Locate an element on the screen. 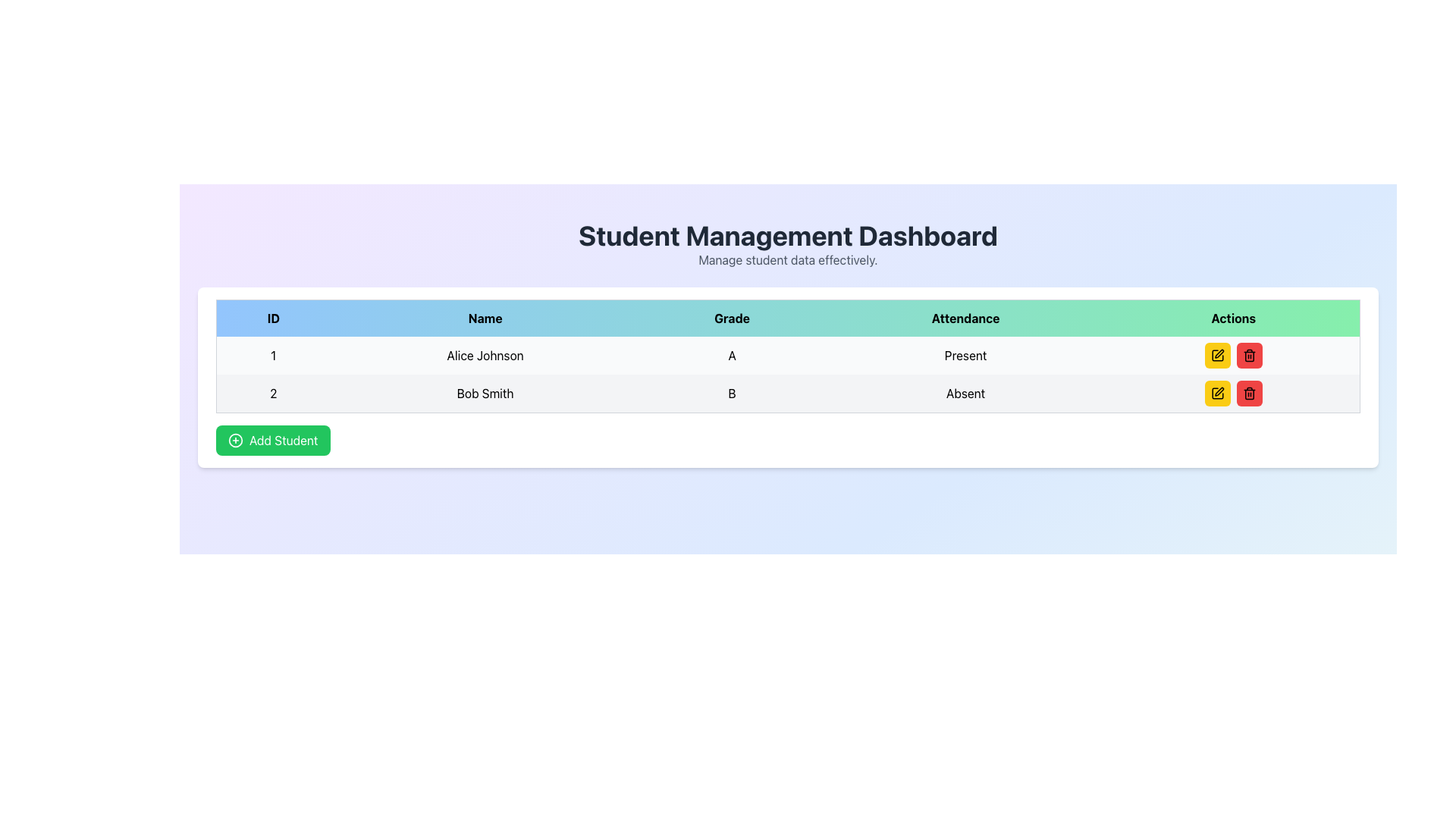  the Text label displaying the student ID for Alice Johnson, located in the first row and first column of the table under the 'ID' header is located at coordinates (273, 356).